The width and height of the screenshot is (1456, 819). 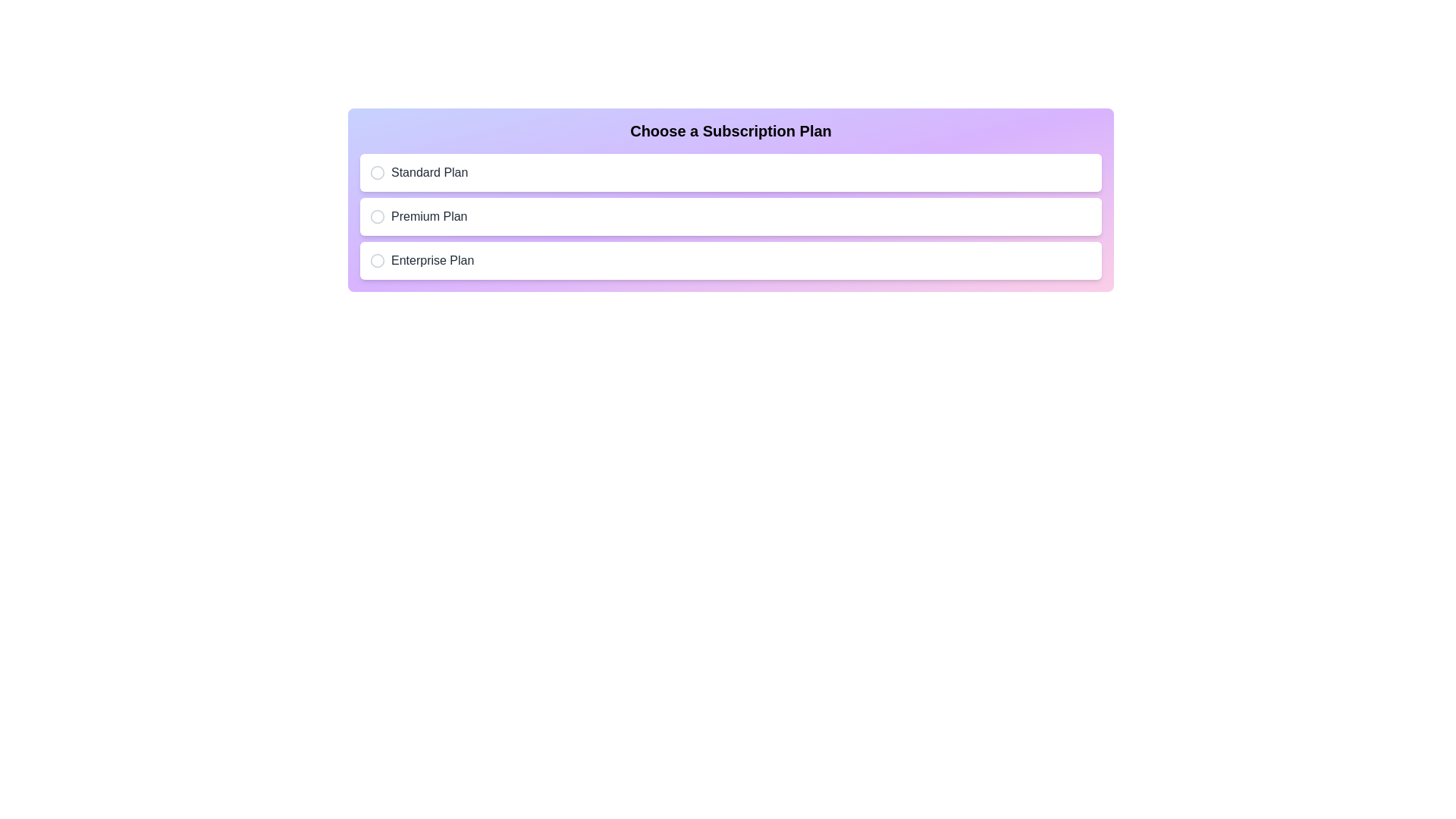 I want to click on the circular radio button with a thin stroke outline and white background, located to the left of the 'Premium Plan' text, so click(x=378, y=216).